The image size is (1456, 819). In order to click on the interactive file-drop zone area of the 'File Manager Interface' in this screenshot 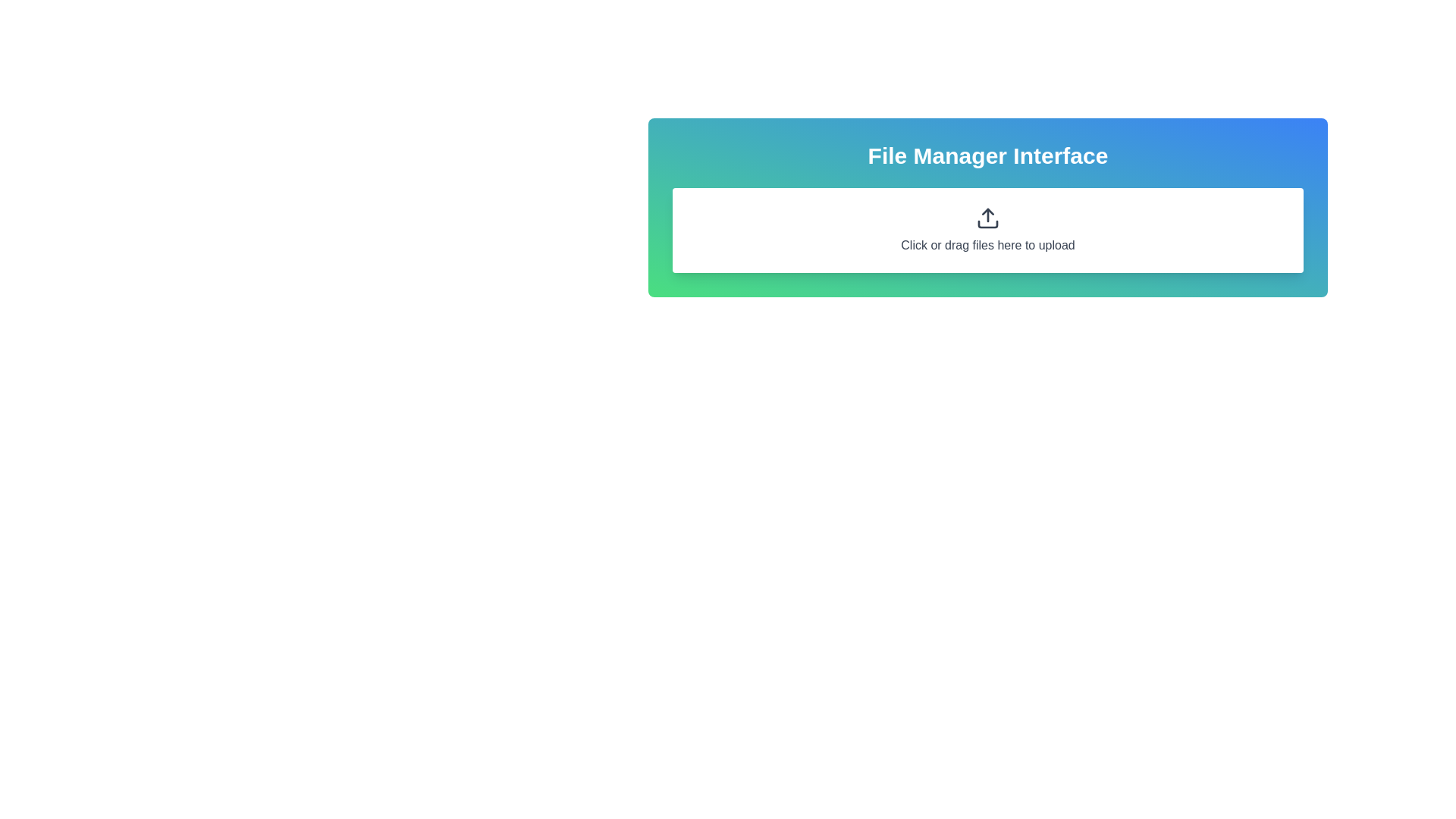, I will do `click(987, 207)`.